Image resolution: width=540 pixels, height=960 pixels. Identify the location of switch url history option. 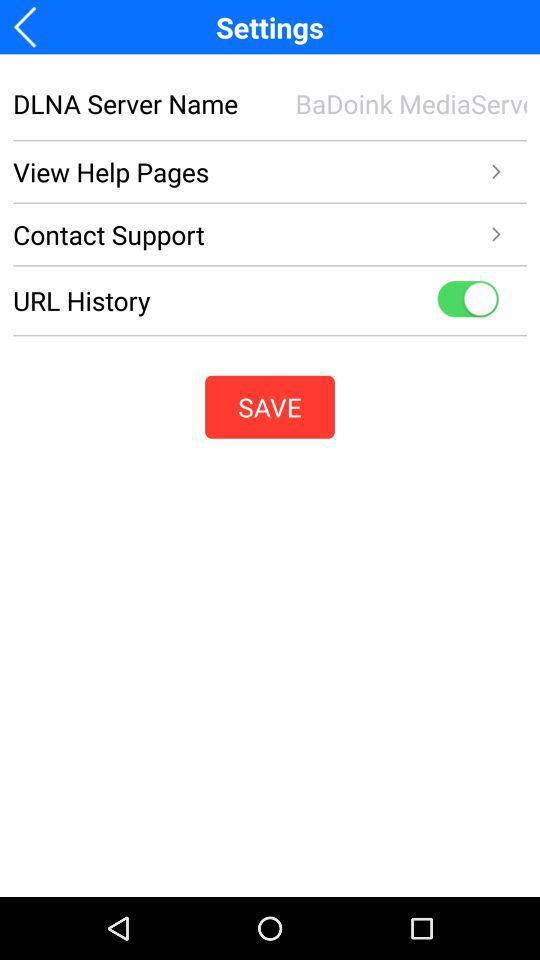
(467, 299).